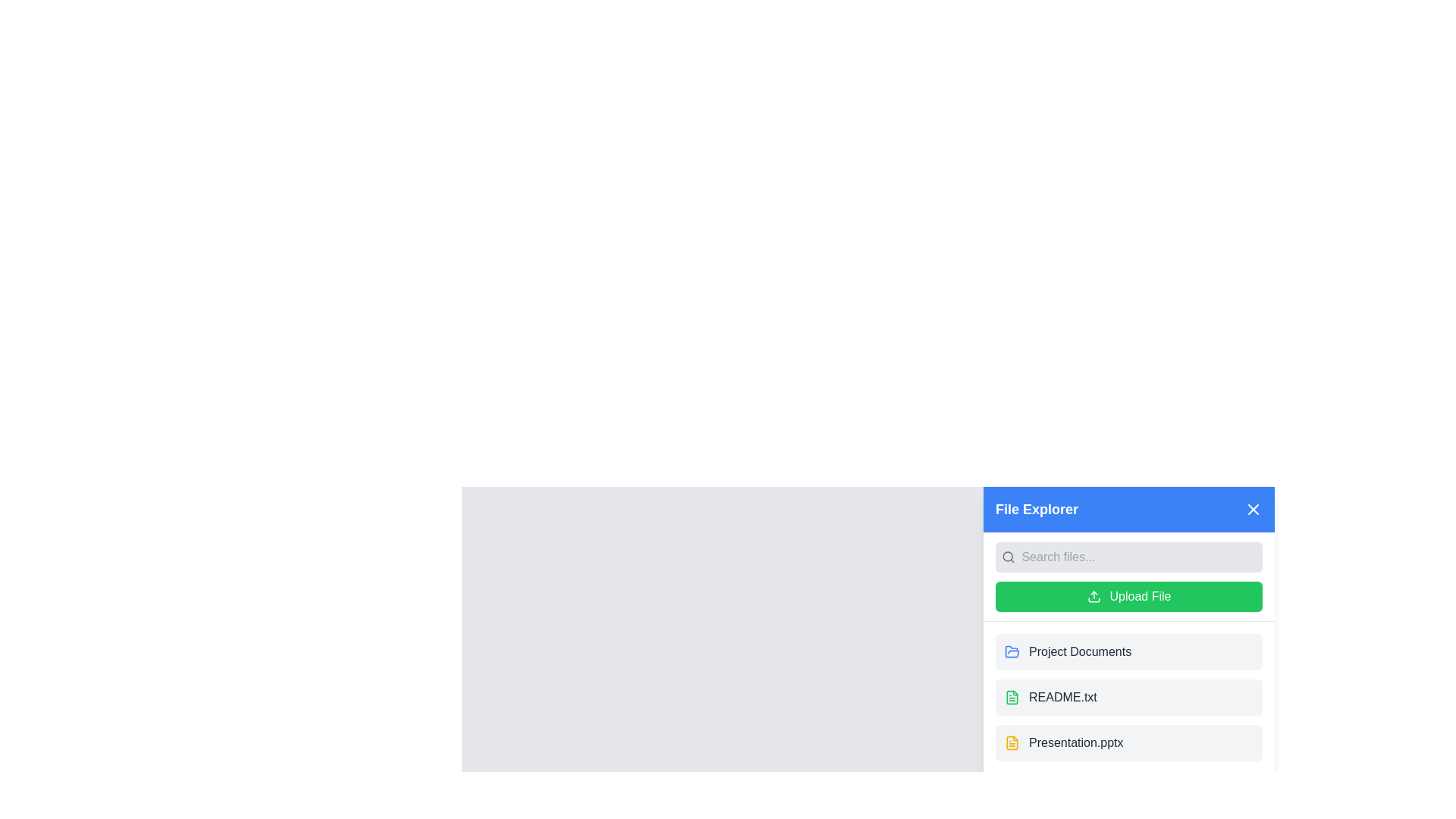 This screenshot has height=819, width=1456. Describe the element at coordinates (1128, 651) in the screenshot. I see `on the 'Project Documents' button in the 'File Explorer' sidebar` at that location.